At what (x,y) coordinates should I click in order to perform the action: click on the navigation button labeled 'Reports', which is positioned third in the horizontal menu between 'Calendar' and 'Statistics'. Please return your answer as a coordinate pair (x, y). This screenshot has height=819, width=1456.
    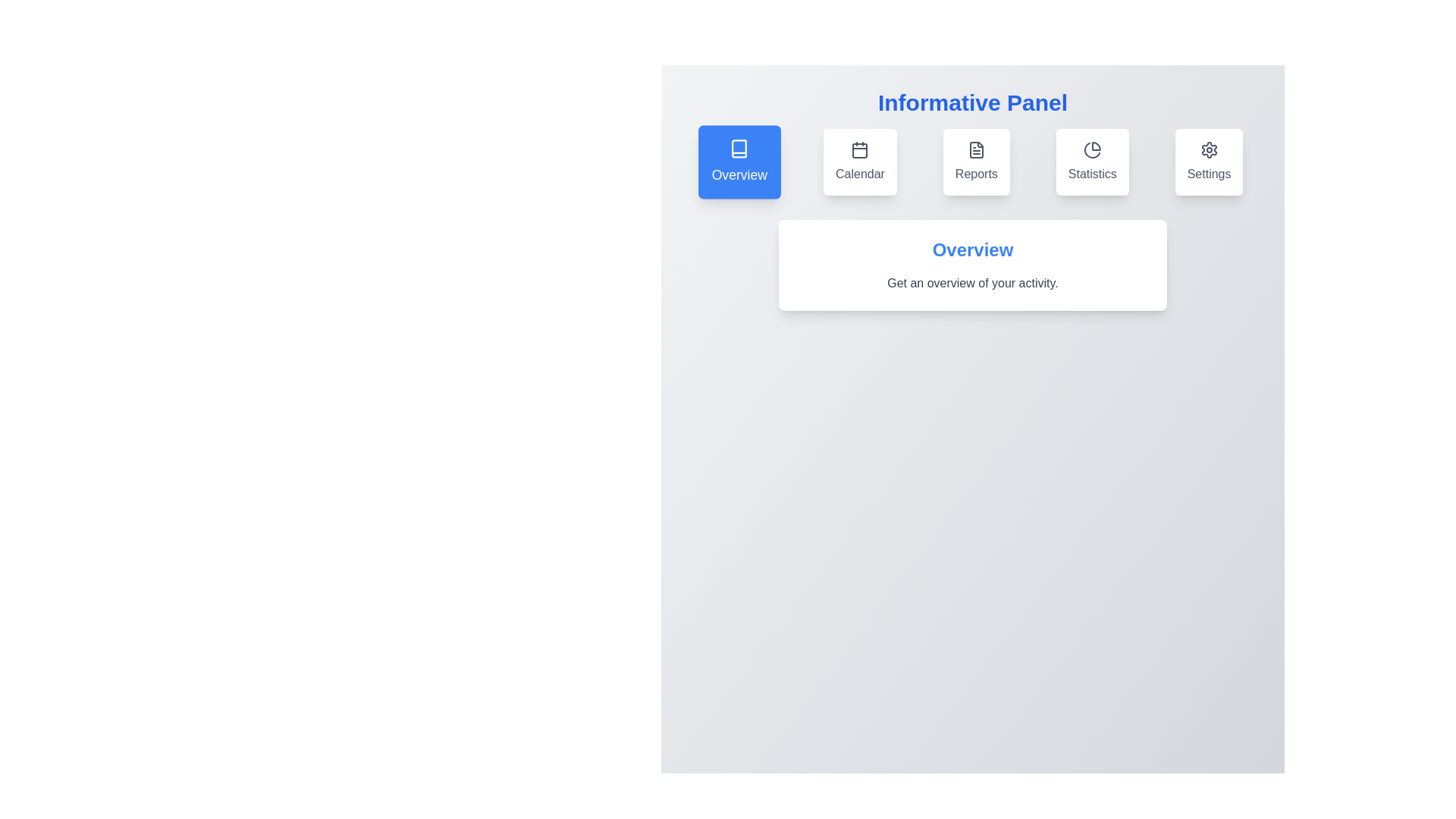
    Looking at the image, I should click on (972, 162).